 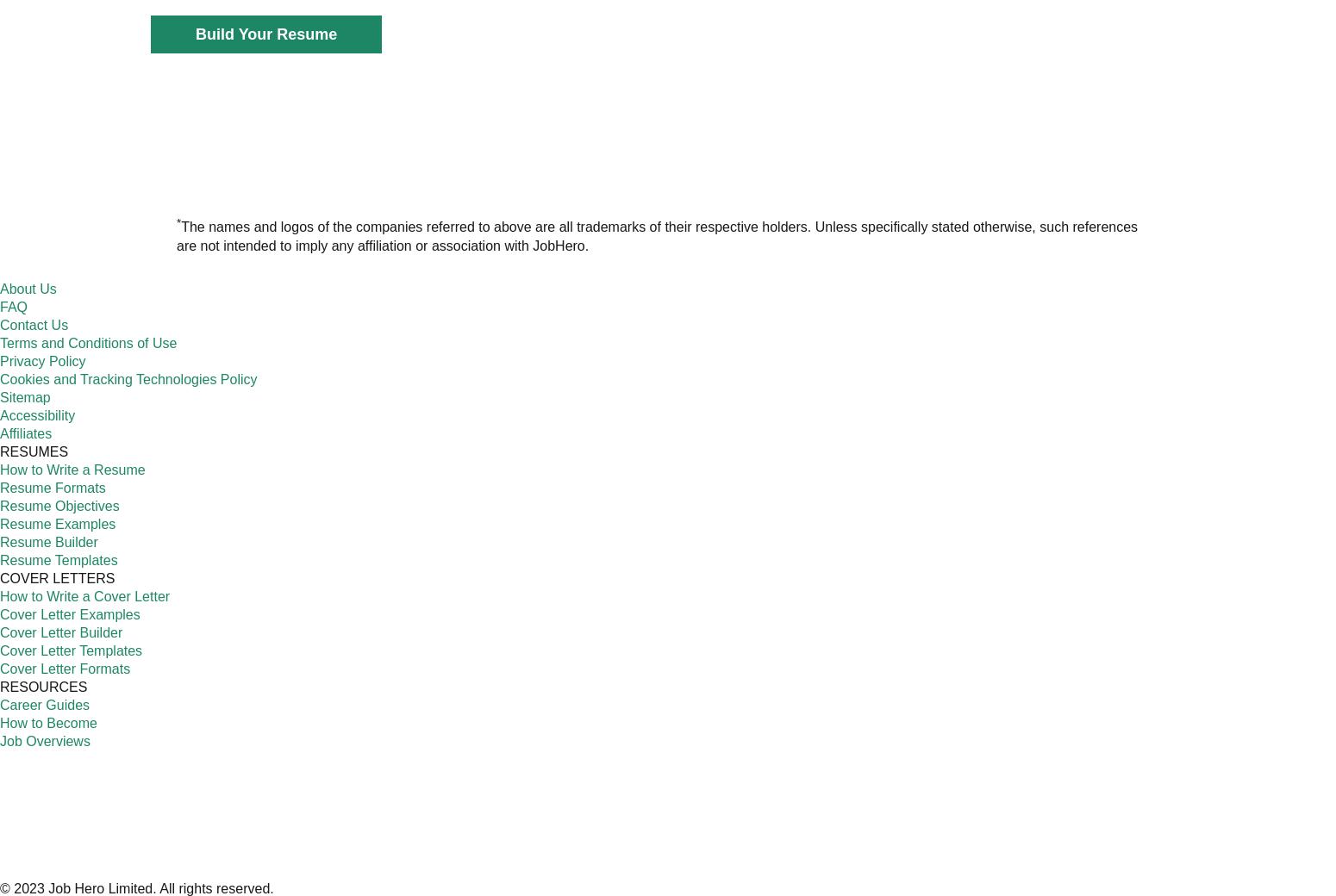 I want to click on 'See more', so click(x=552, y=408).